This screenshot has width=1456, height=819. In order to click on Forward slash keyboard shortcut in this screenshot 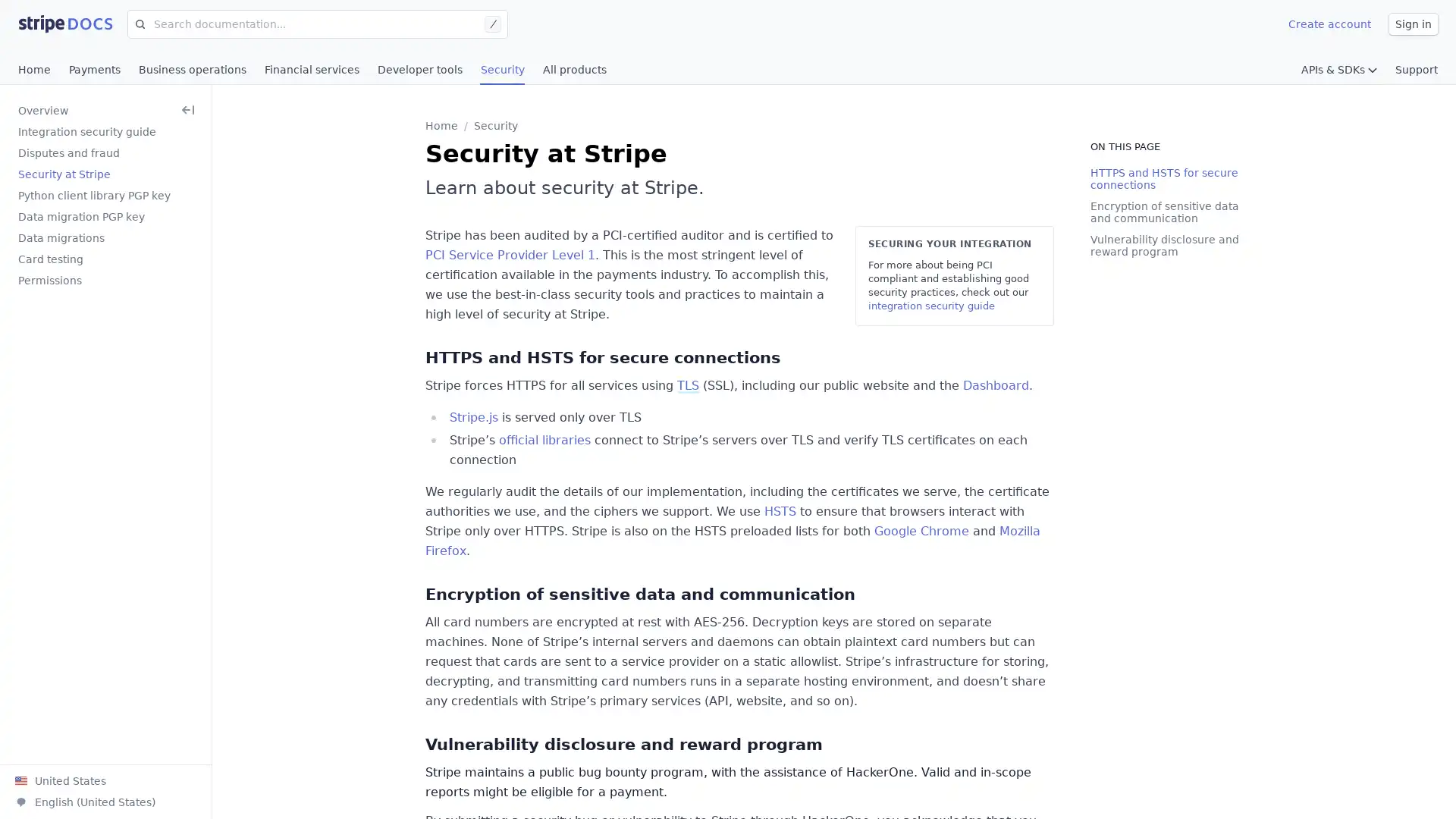, I will do `click(495, 24)`.